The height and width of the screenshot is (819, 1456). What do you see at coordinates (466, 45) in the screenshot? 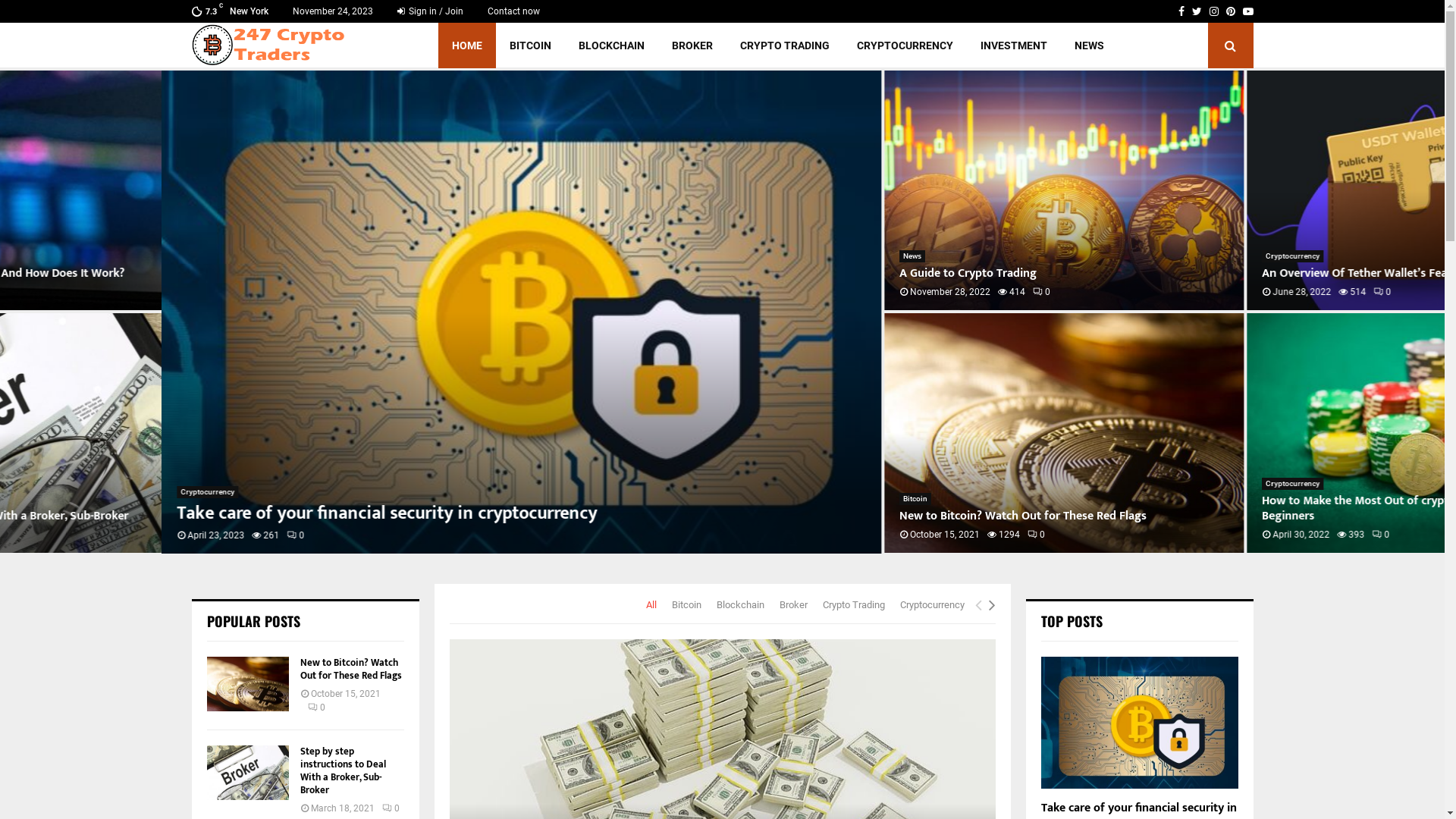
I see `'HOME'` at bounding box center [466, 45].